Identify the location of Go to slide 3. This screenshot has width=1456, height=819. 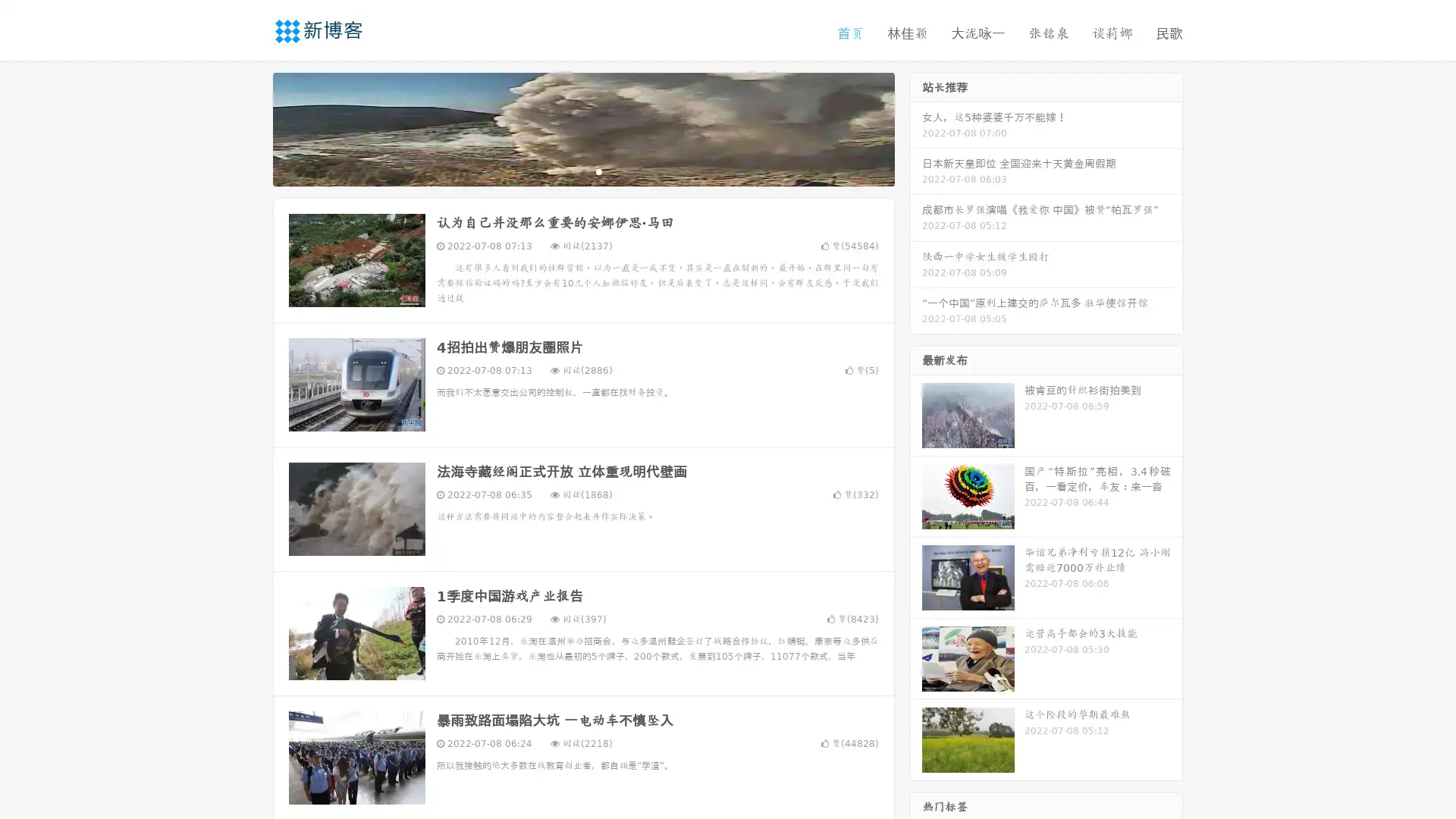
(598, 171).